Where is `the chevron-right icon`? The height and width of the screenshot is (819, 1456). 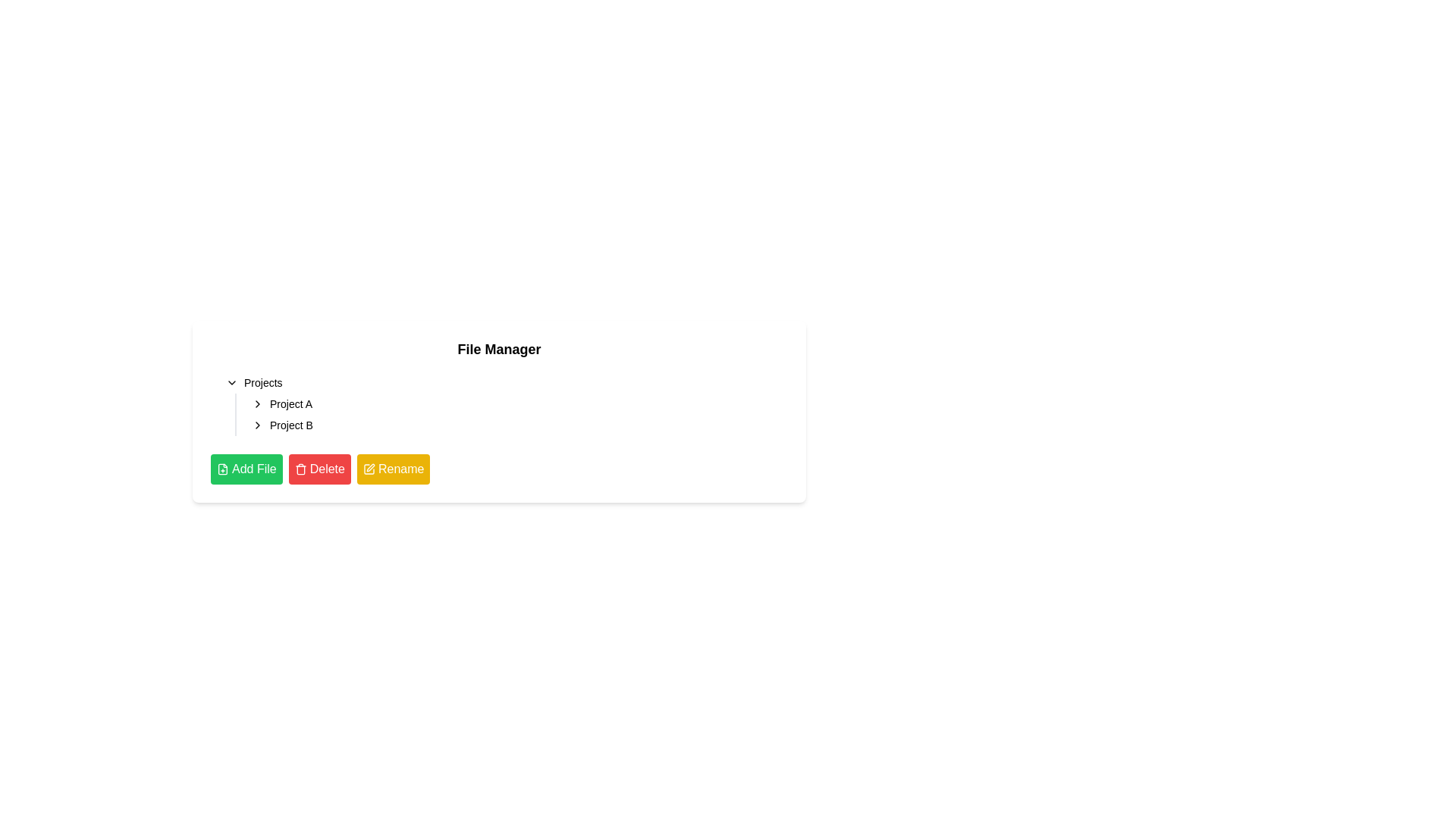
the chevron-right icon is located at coordinates (258, 425).